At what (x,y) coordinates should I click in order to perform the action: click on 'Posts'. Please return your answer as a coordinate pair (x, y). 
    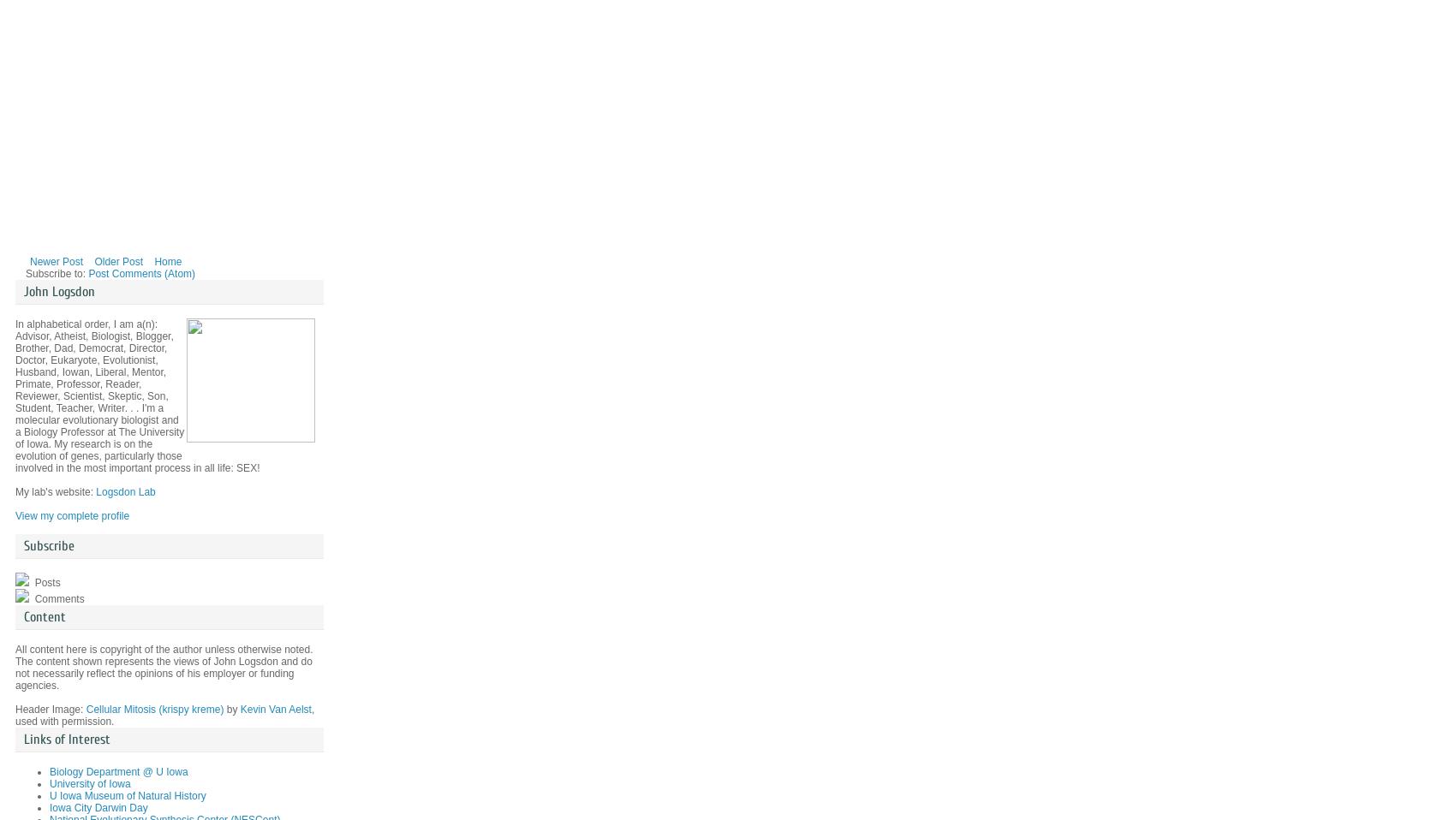
    Looking at the image, I should click on (45, 582).